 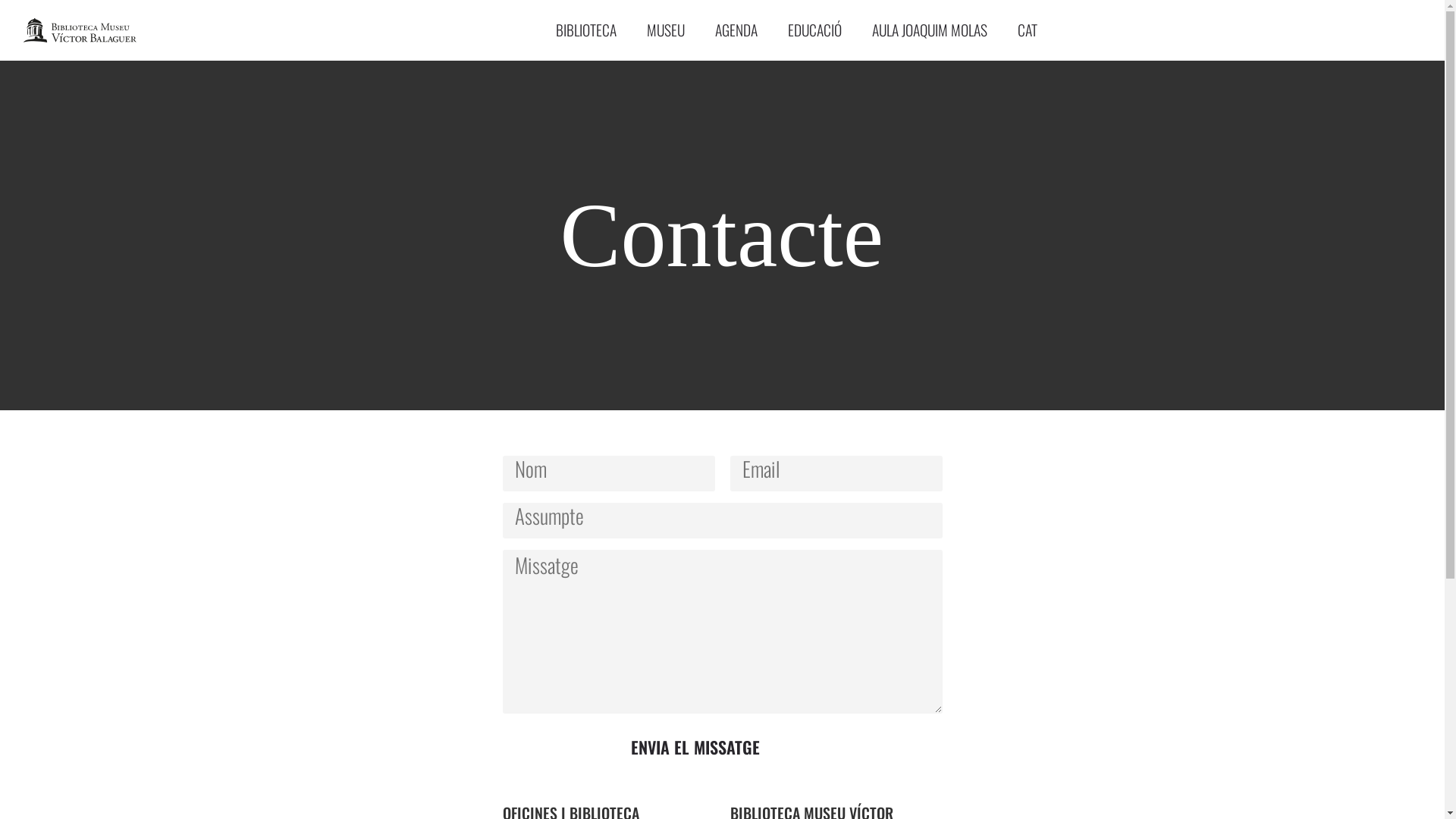 What do you see at coordinates (666, 30) in the screenshot?
I see `'MUSEU'` at bounding box center [666, 30].